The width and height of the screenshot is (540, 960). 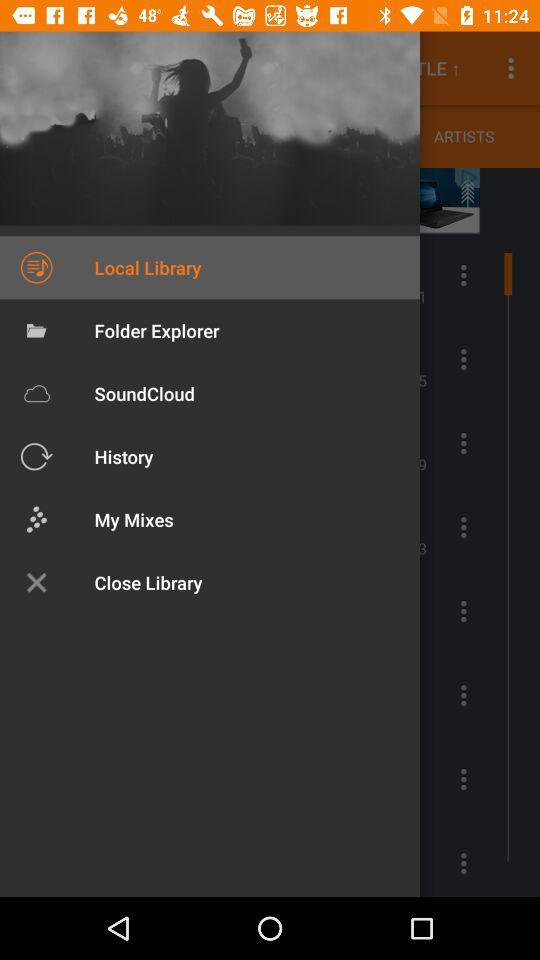 What do you see at coordinates (463, 778) in the screenshot?
I see `the more icon` at bounding box center [463, 778].